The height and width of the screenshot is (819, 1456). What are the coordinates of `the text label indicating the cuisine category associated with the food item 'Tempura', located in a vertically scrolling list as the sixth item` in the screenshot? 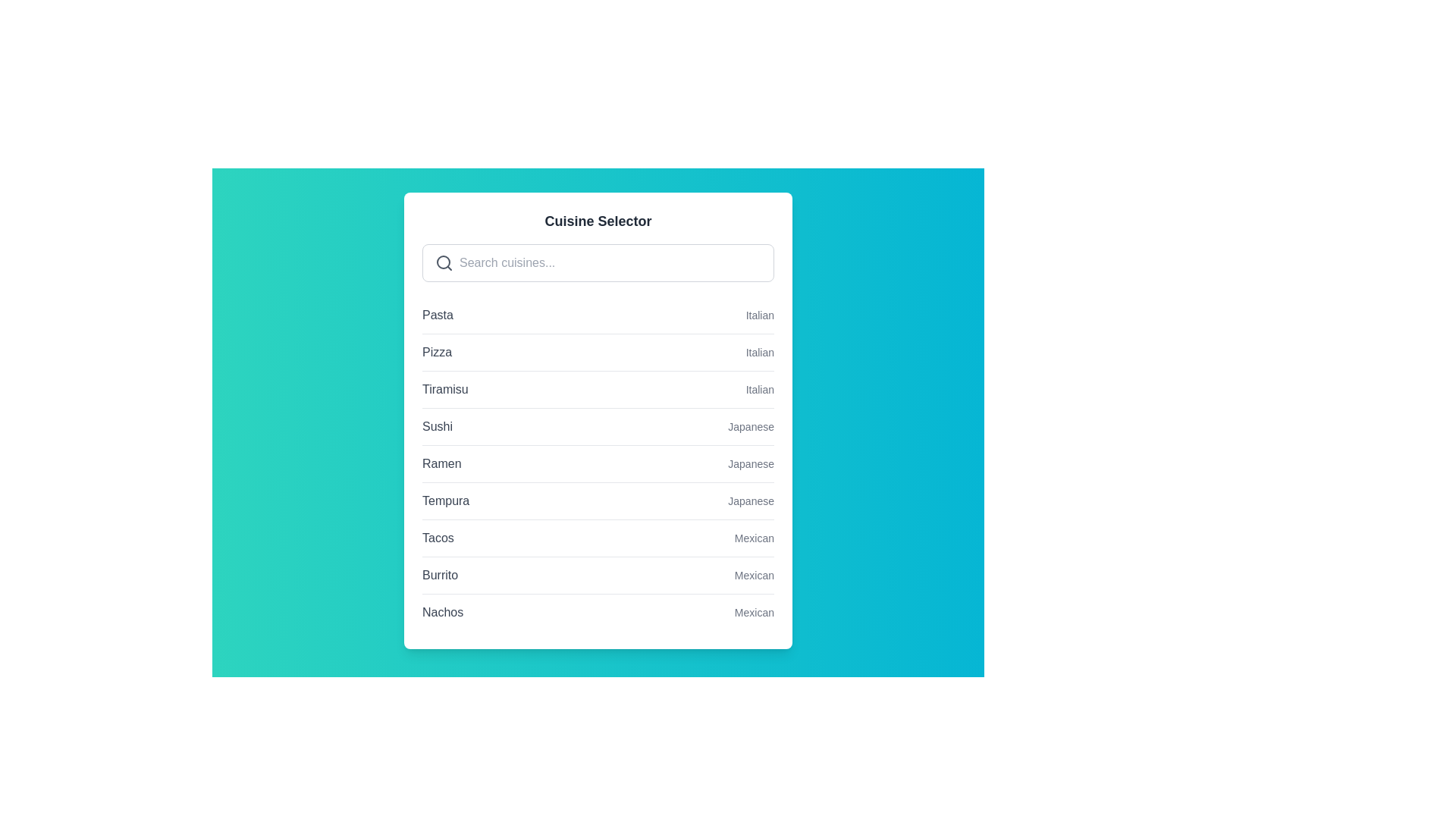 It's located at (751, 500).